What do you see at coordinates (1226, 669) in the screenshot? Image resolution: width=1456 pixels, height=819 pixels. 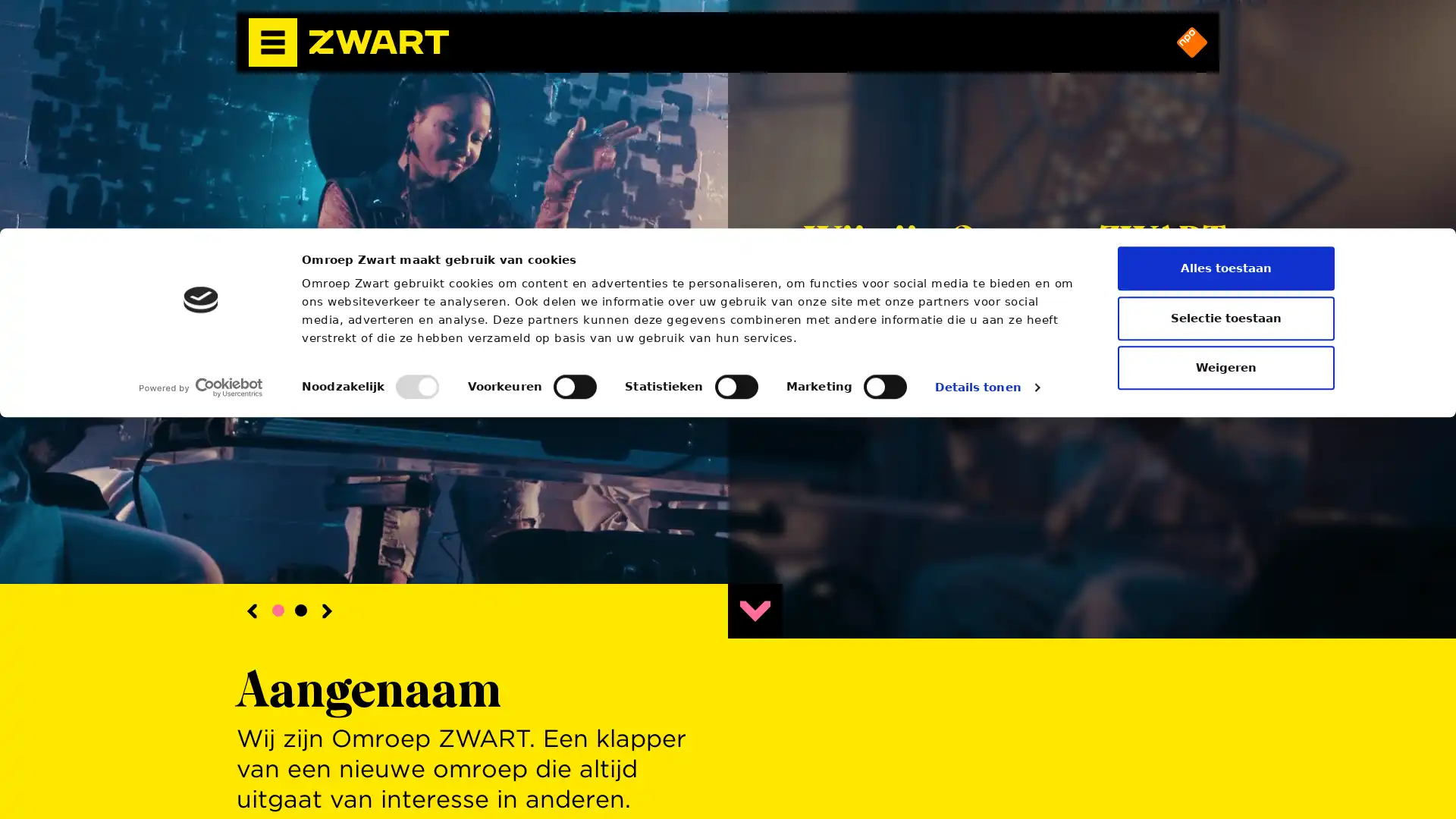 I see `Alles toestaan` at bounding box center [1226, 669].